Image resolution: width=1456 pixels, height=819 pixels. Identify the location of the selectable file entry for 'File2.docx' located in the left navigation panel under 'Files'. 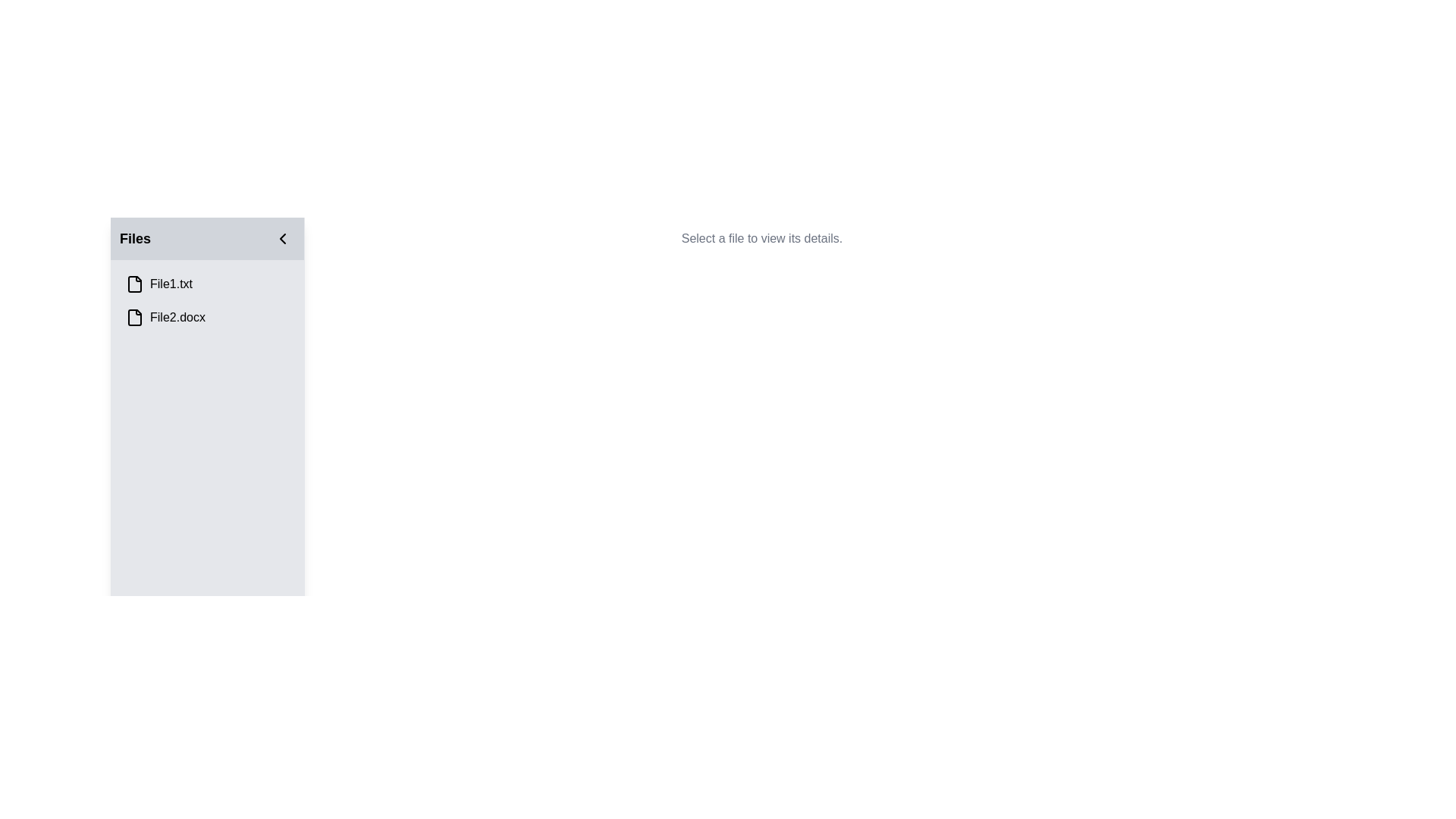
(206, 317).